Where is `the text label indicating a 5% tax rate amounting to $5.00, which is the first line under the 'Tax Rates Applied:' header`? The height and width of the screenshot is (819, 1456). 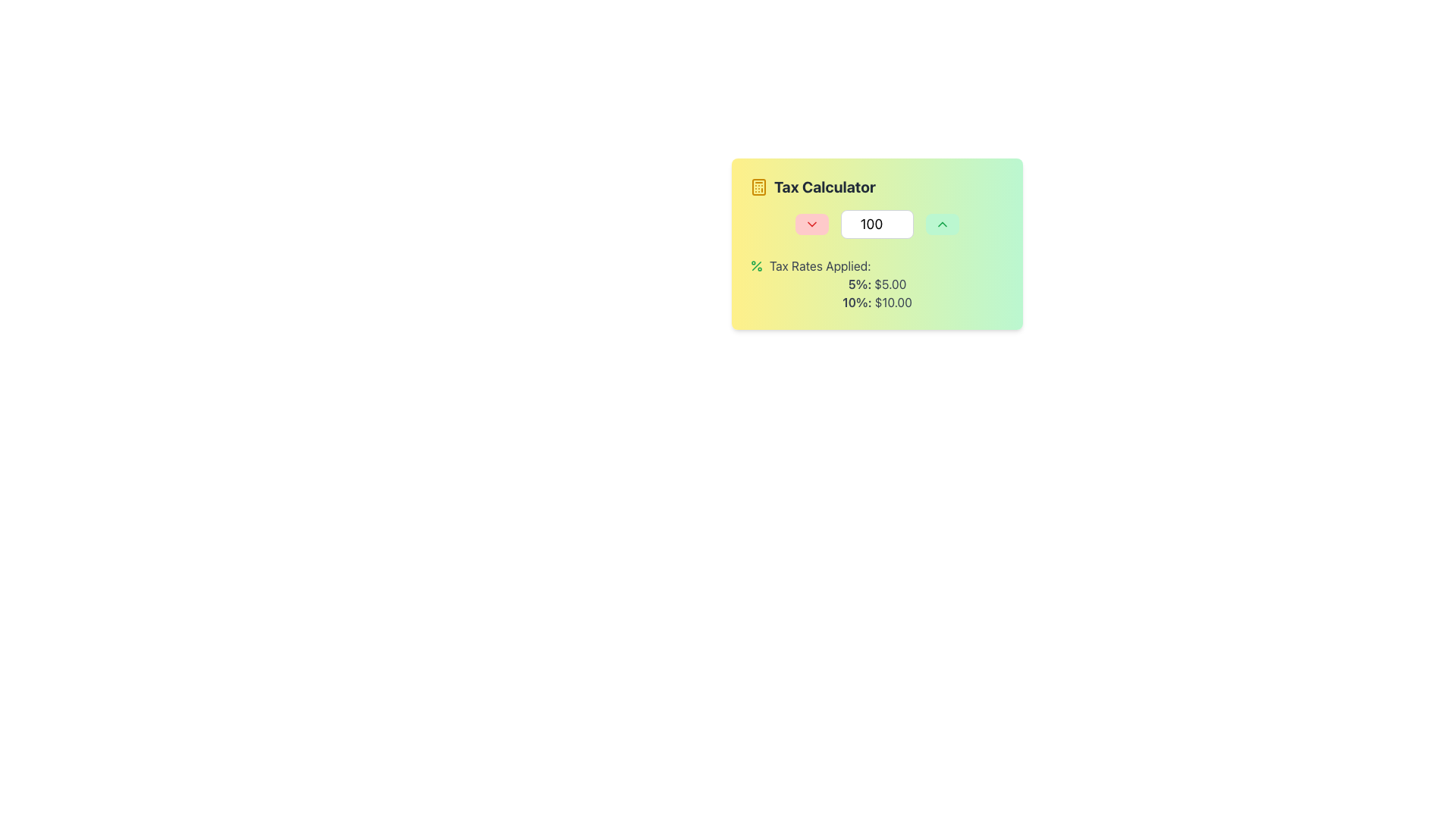
the text label indicating a 5% tax rate amounting to $5.00, which is the first line under the 'Tax Rates Applied:' header is located at coordinates (877, 284).